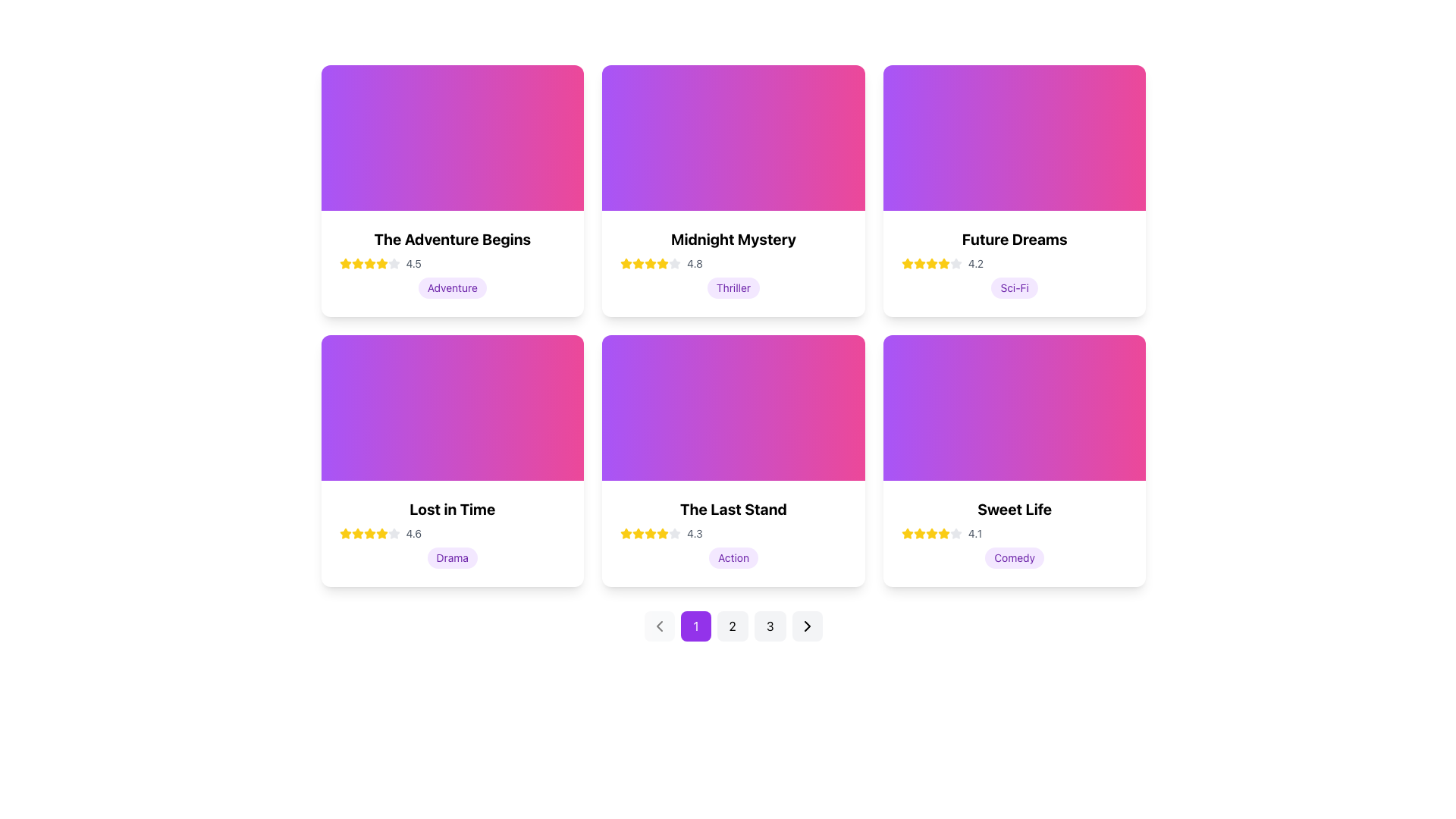 The width and height of the screenshot is (1456, 819). Describe the element at coordinates (639, 262) in the screenshot. I see `the style and color of the third star-shaped icon (rating component) filled with yellow, located in the bottom-left corner of the card titled 'Midnight Mystery'` at that location.